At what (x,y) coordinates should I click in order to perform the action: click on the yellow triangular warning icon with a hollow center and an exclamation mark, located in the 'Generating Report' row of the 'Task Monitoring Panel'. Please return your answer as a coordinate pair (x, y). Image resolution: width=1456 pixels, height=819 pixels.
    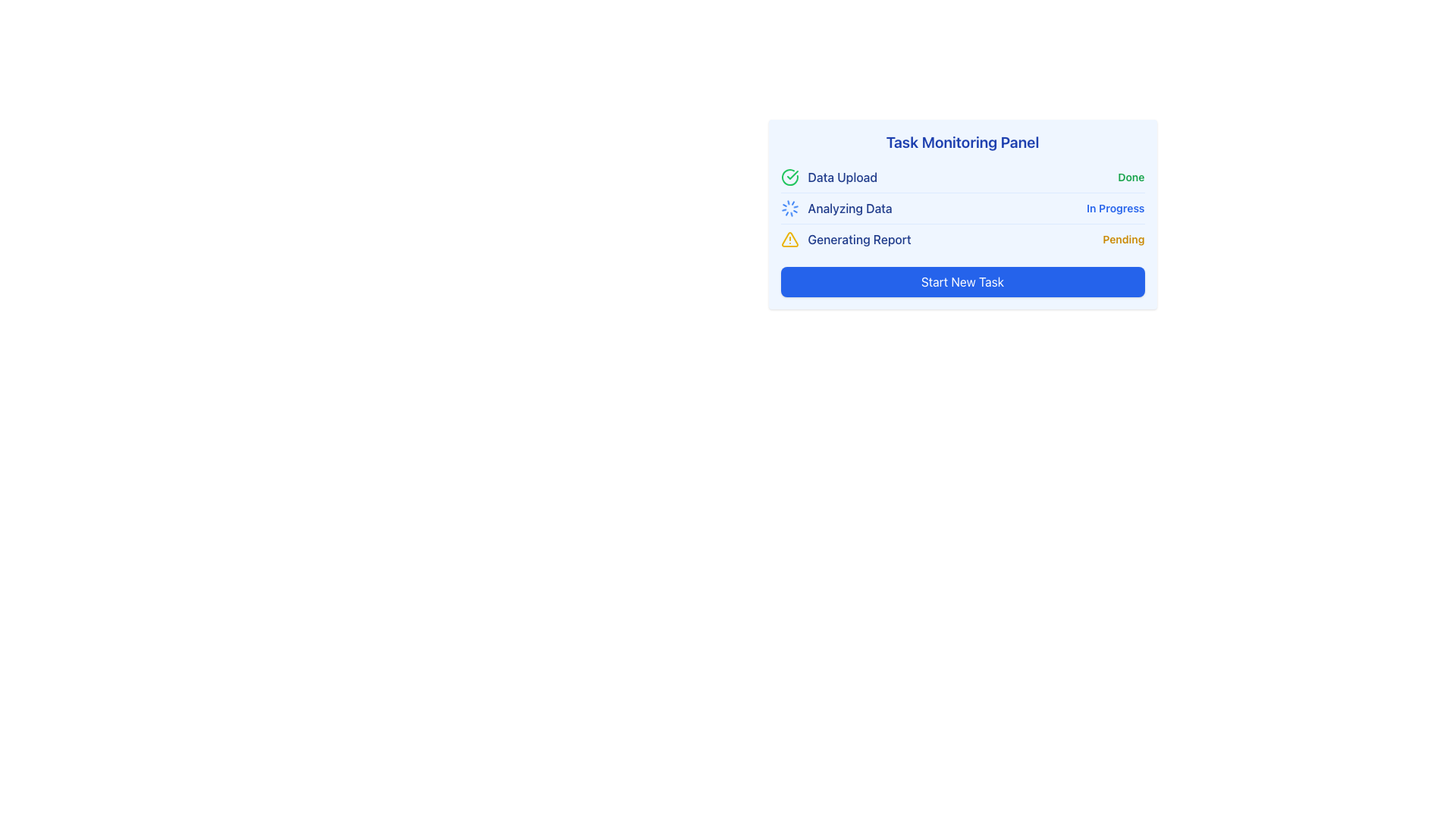
    Looking at the image, I should click on (789, 239).